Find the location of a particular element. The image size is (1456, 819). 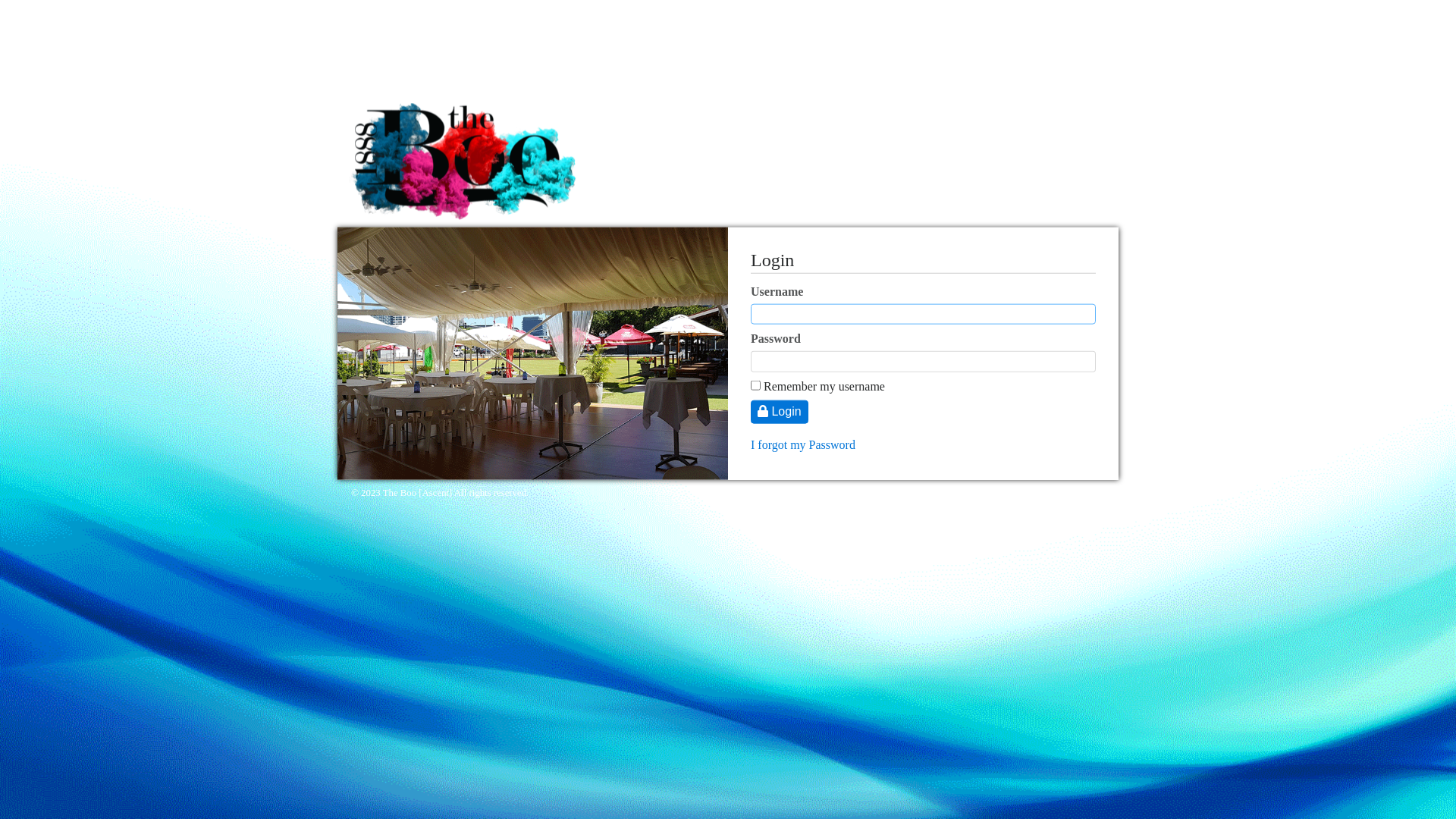

'Login' is located at coordinates (779, 412).